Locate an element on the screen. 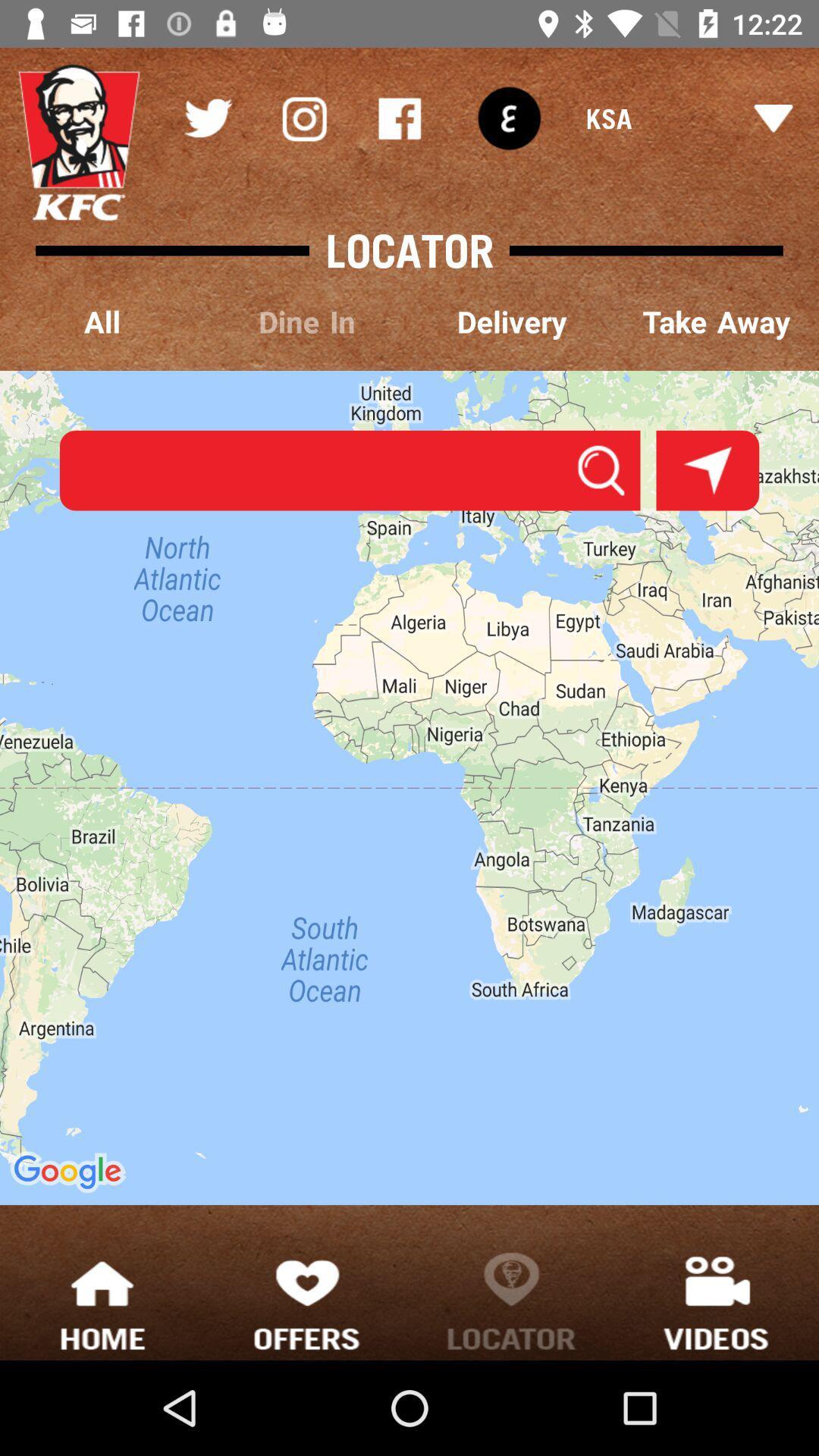 This screenshot has height=1456, width=819. the all icon is located at coordinates (102, 322).